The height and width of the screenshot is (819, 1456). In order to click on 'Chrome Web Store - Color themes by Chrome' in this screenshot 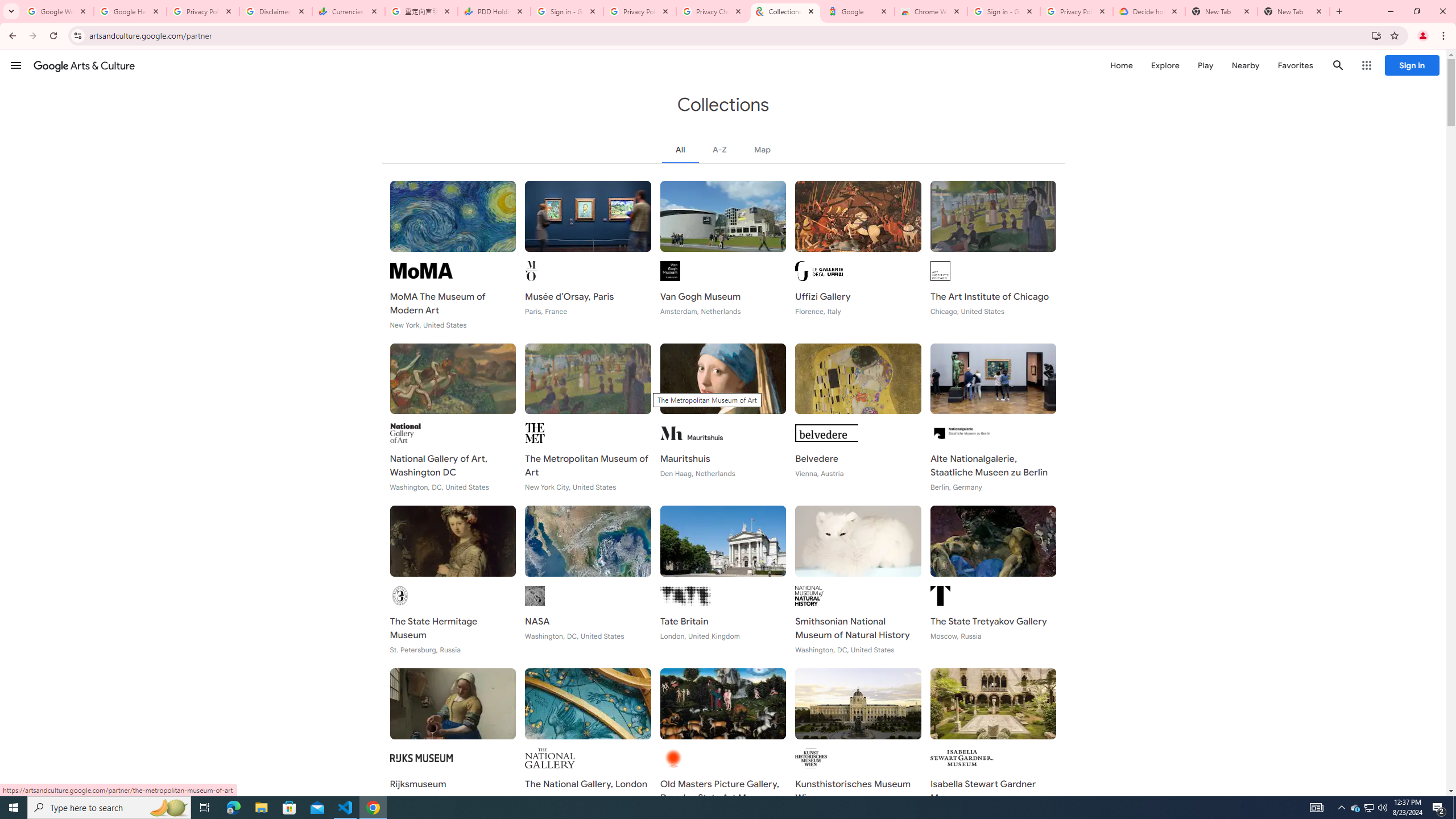, I will do `click(930, 11)`.